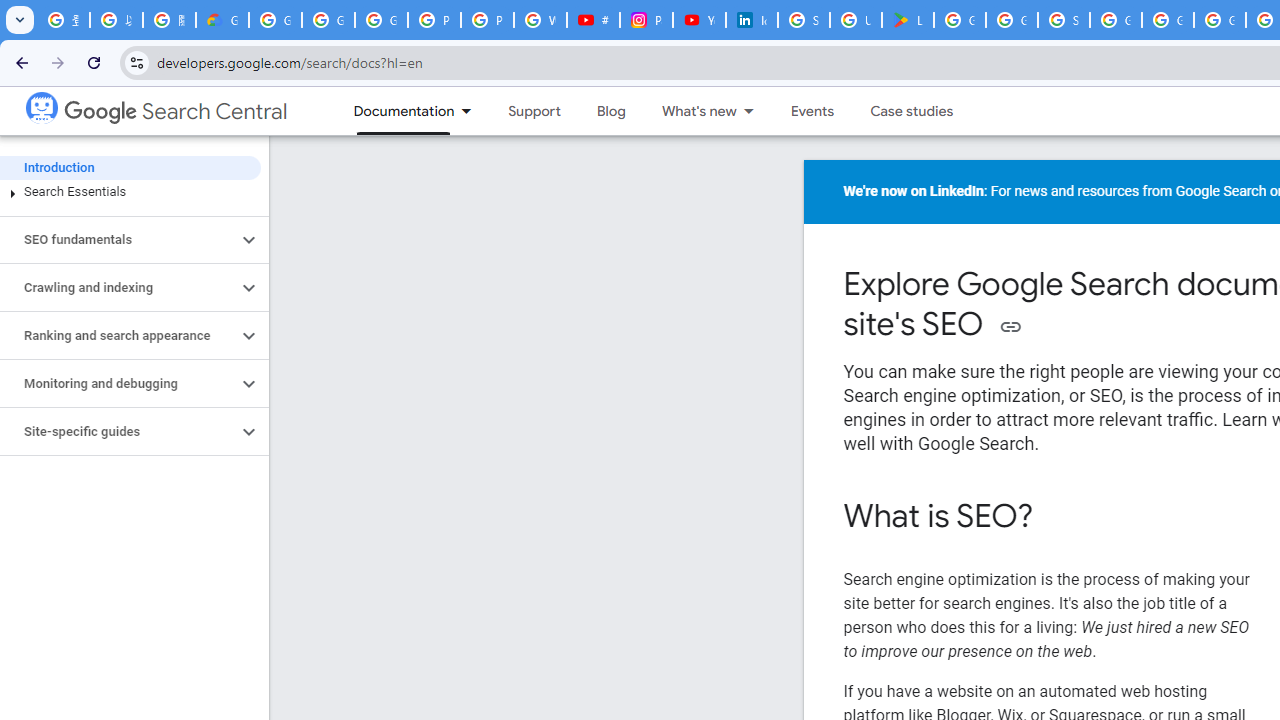 Image resolution: width=1280 pixels, height=720 pixels. Describe the element at coordinates (592, 20) in the screenshot. I see `'#nbabasketballhighlights - YouTube'` at that location.